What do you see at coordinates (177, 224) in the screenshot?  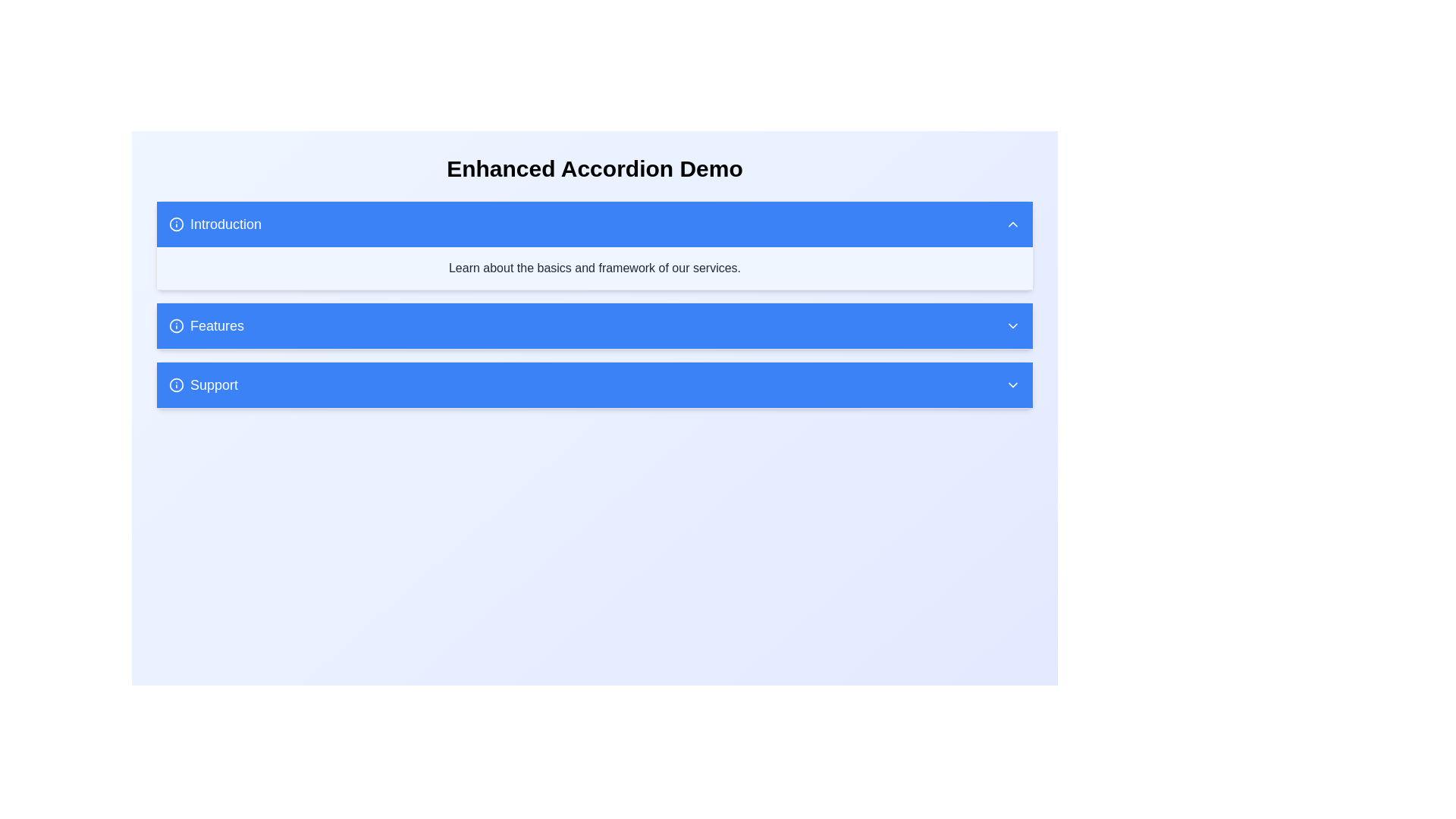 I see `the SVG Circle that is part of the information icon located to the left of the 'Introduction' text in the accordion interface` at bounding box center [177, 224].